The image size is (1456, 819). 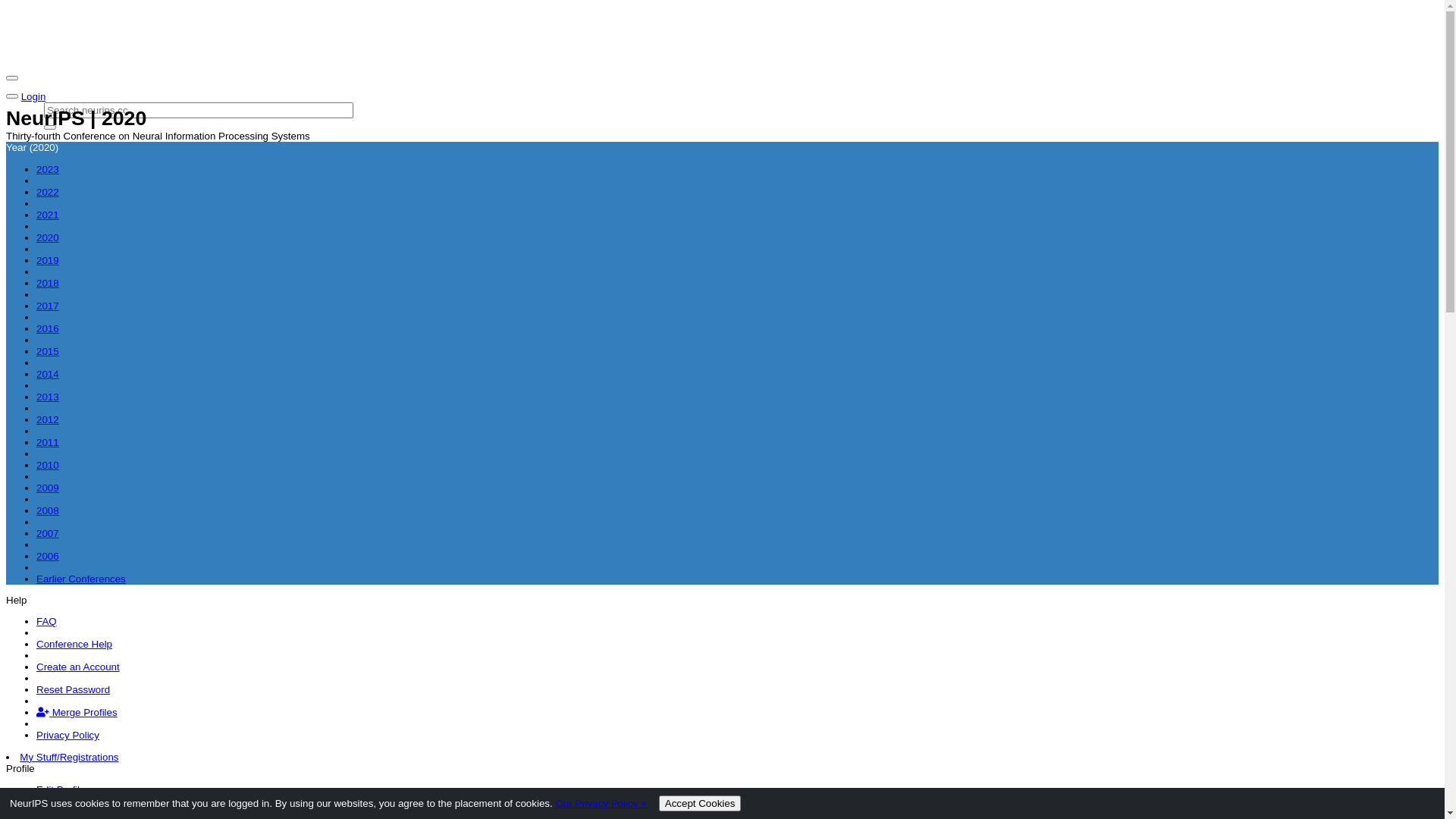 What do you see at coordinates (61, 789) in the screenshot?
I see `'Edit Profile'` at bounding box center [61, 789].